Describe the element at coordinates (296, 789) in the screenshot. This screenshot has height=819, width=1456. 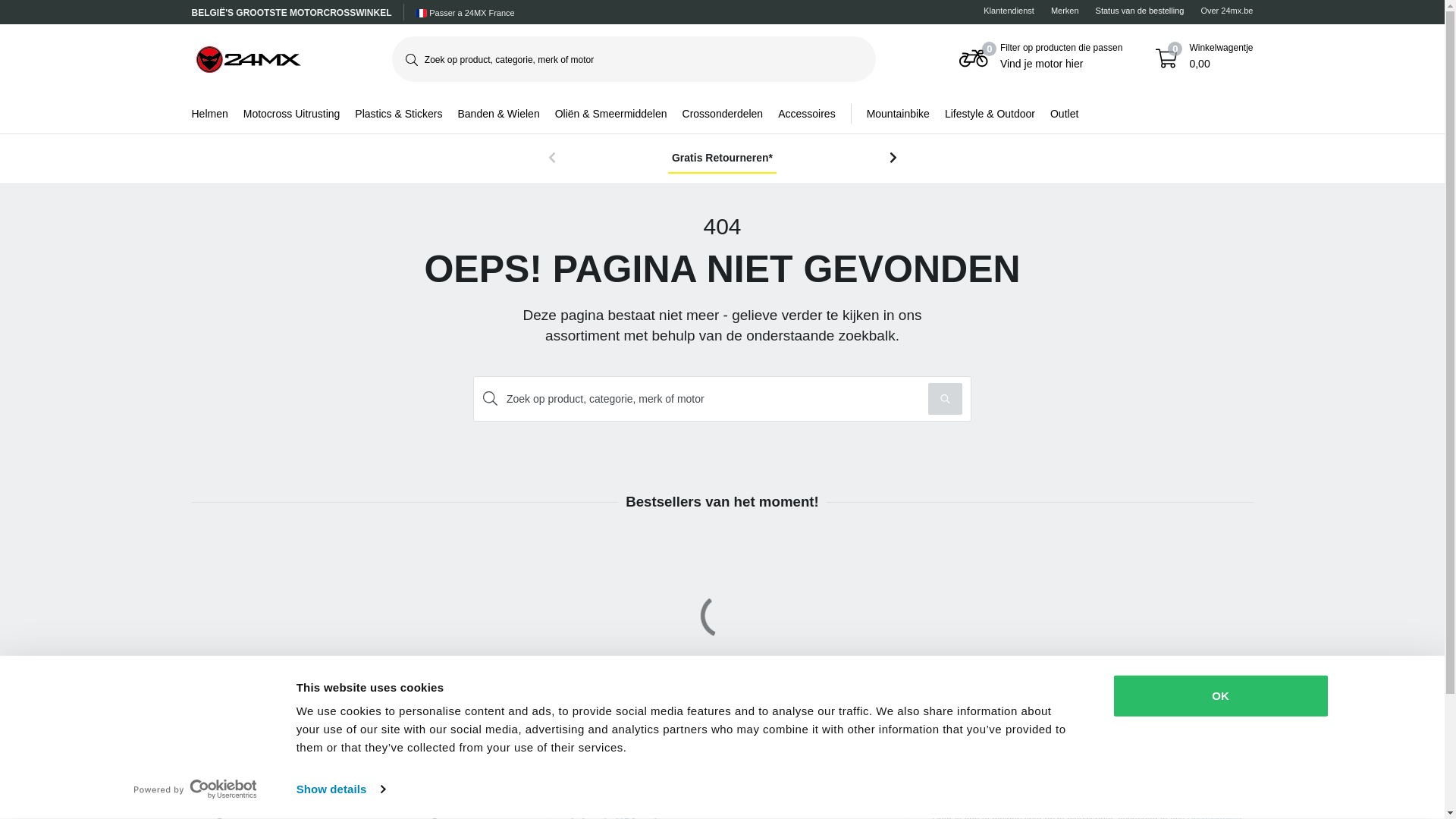
I see `'Show details'` at that location.